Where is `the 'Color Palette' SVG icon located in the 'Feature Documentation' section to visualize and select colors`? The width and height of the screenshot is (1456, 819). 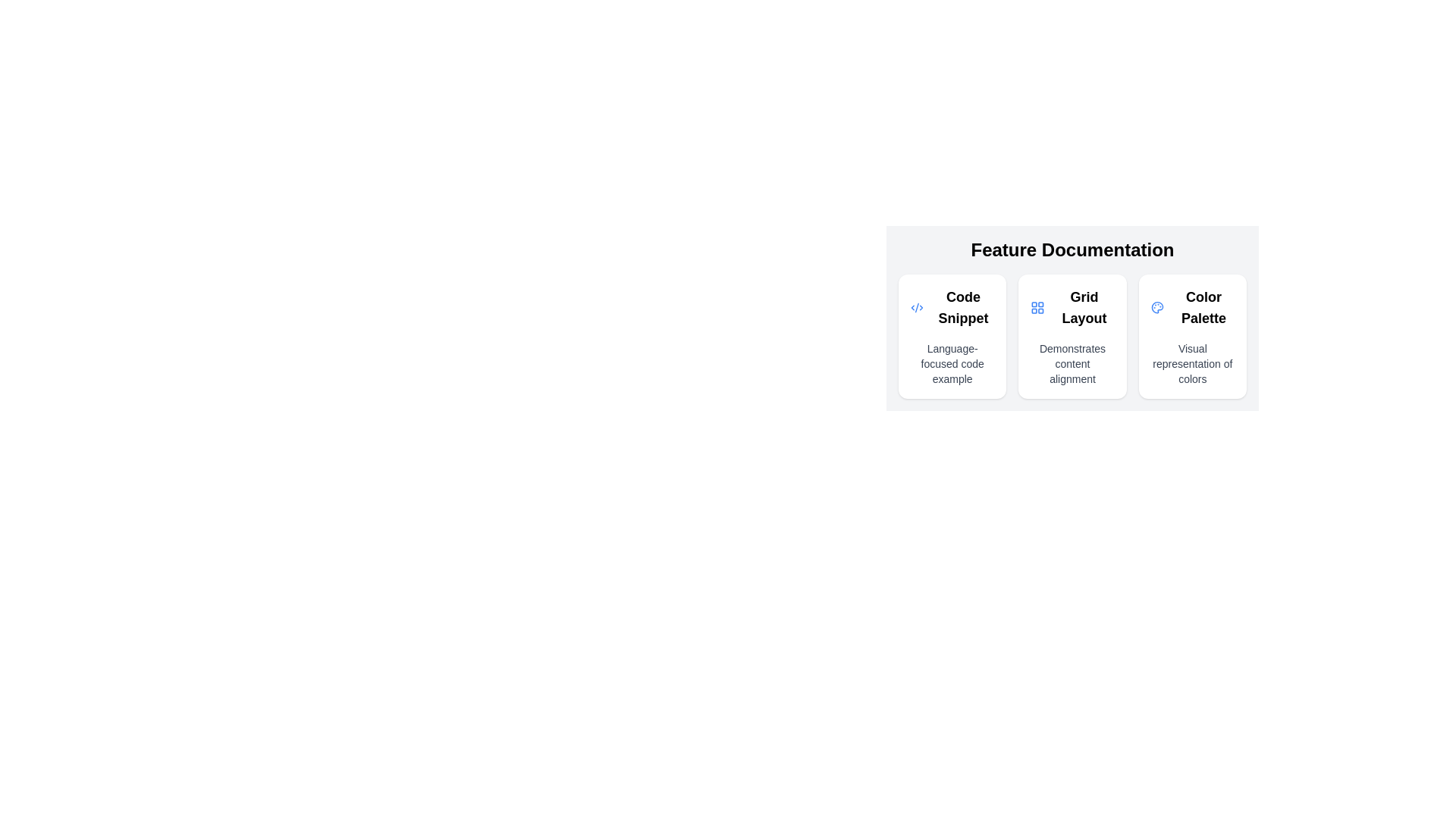
the 'Color Palette' SVG icon located in the 'Feature Documentation' section to visualize and select colors is located at coordinates (1156, 307).